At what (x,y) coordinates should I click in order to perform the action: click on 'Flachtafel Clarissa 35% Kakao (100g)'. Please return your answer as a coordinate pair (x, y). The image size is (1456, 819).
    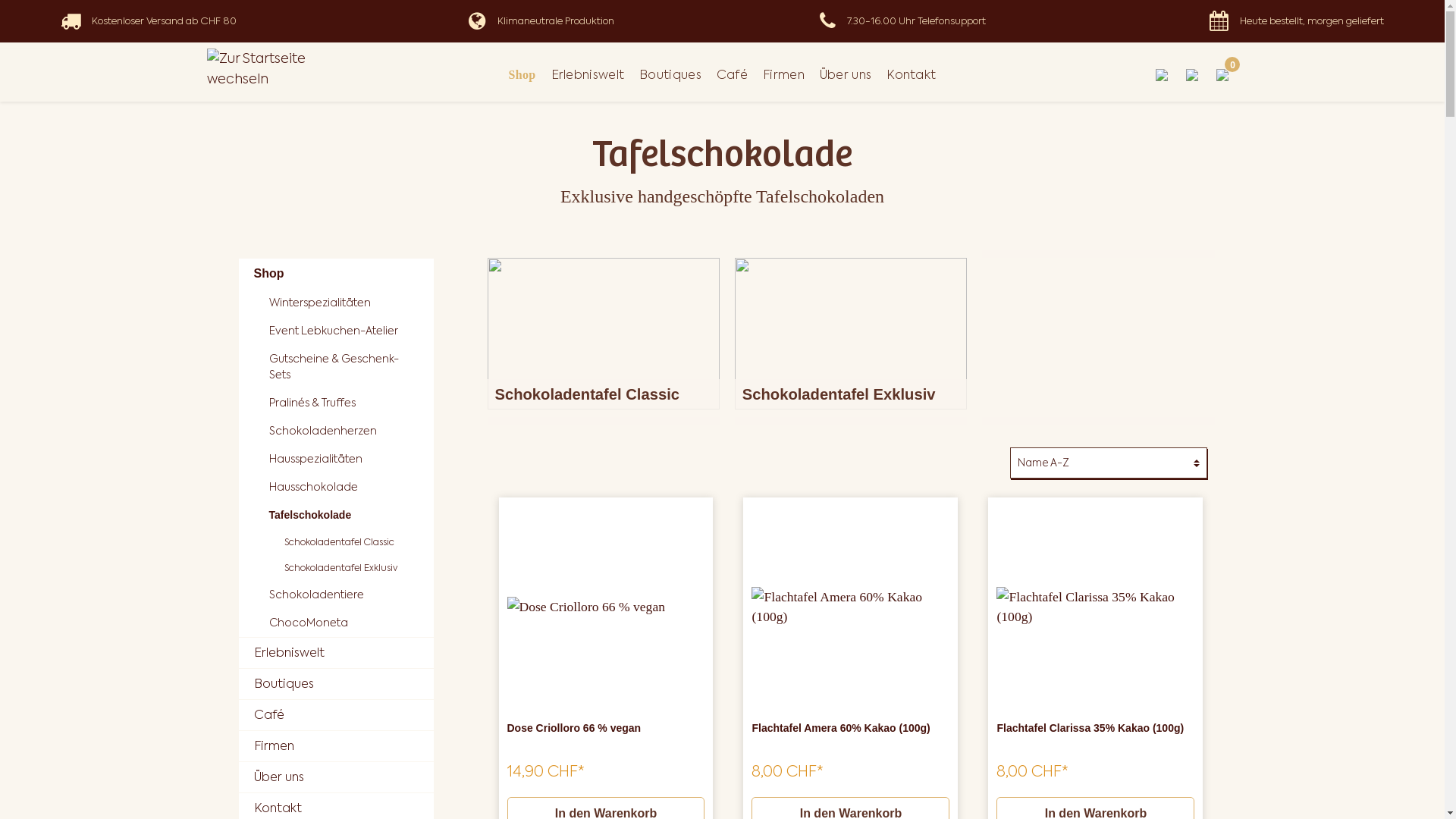
    Looking at the image, I should click on (996, 606).